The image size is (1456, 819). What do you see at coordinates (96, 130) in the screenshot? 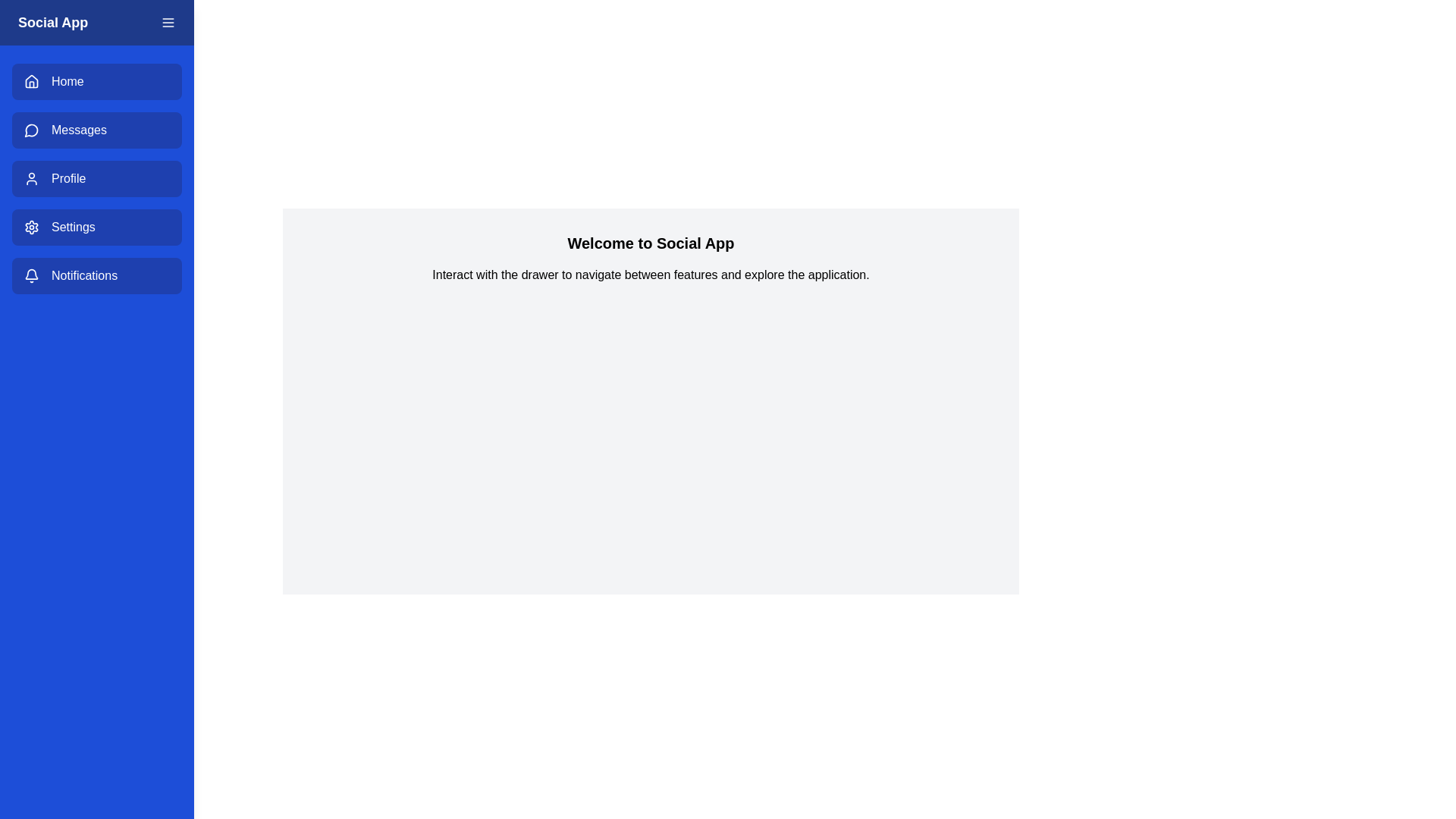
I see `the menu item Messages to navigate to the respective section` at bounding box center [96, 130].